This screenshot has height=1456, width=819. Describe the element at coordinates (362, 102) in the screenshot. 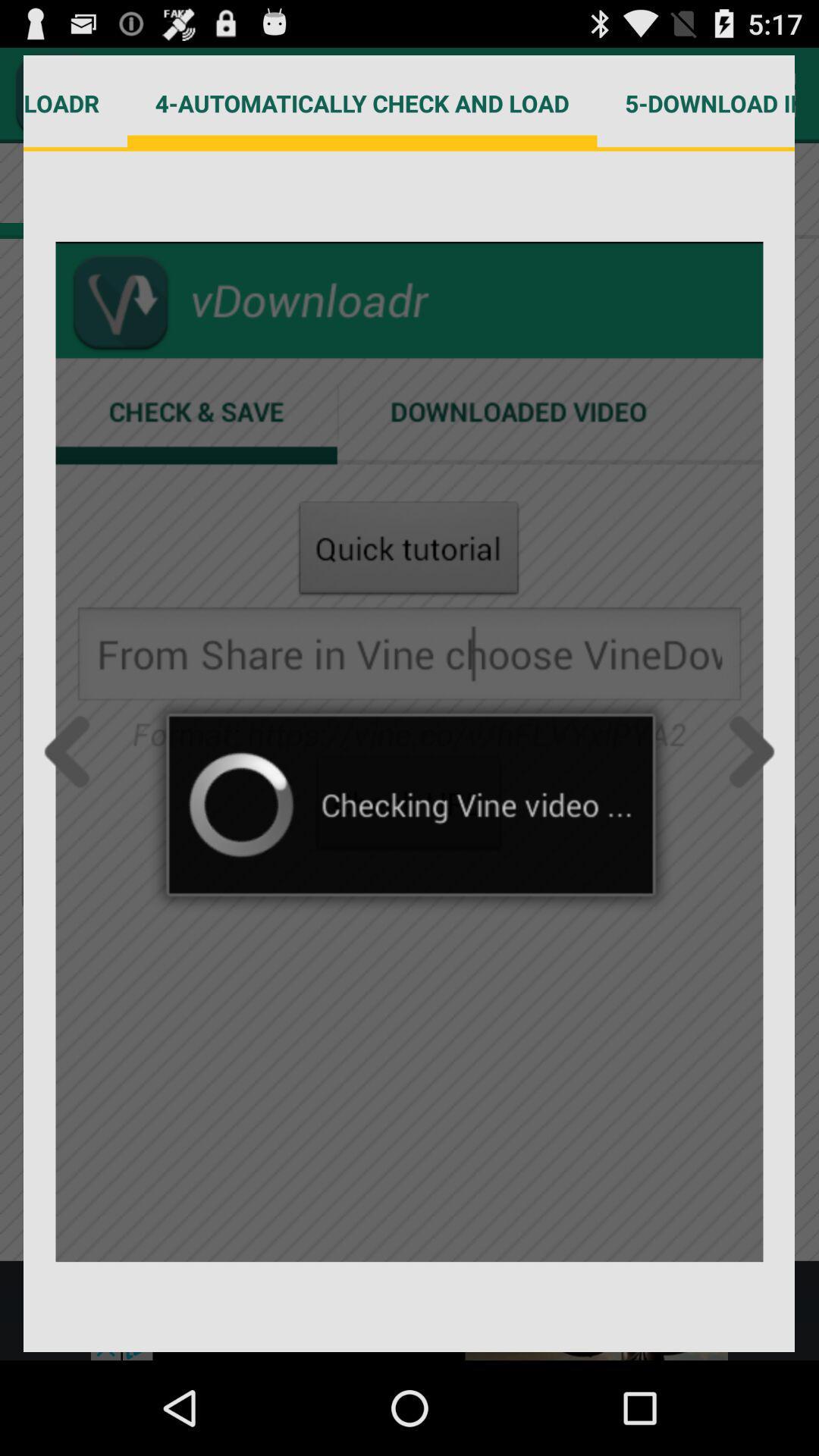

I see `4 automatically check icon` at that location.